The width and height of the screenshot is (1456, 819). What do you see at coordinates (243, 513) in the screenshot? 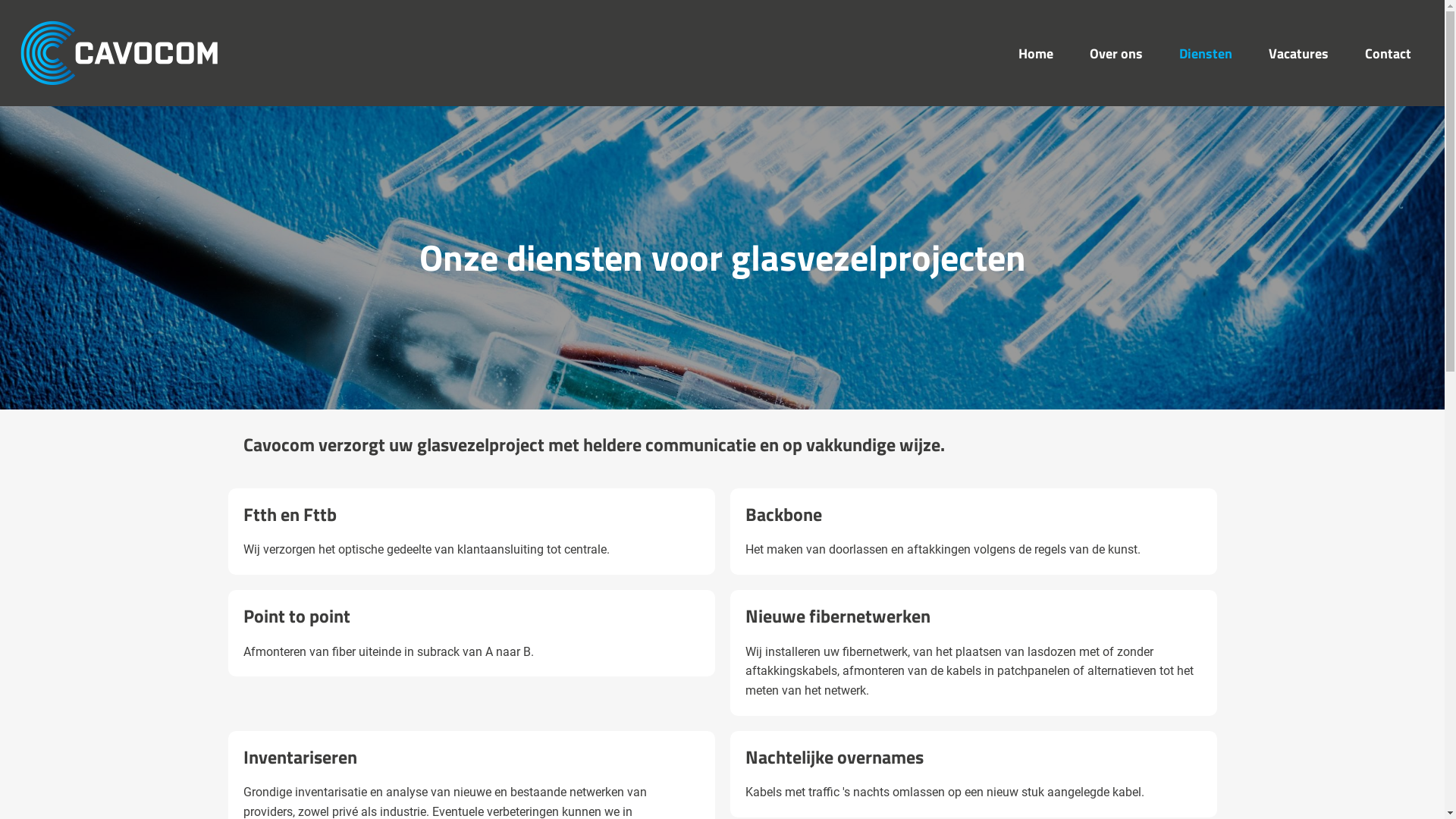
I see `'Ftth en Fttb'` at bounding box center [243, 513].